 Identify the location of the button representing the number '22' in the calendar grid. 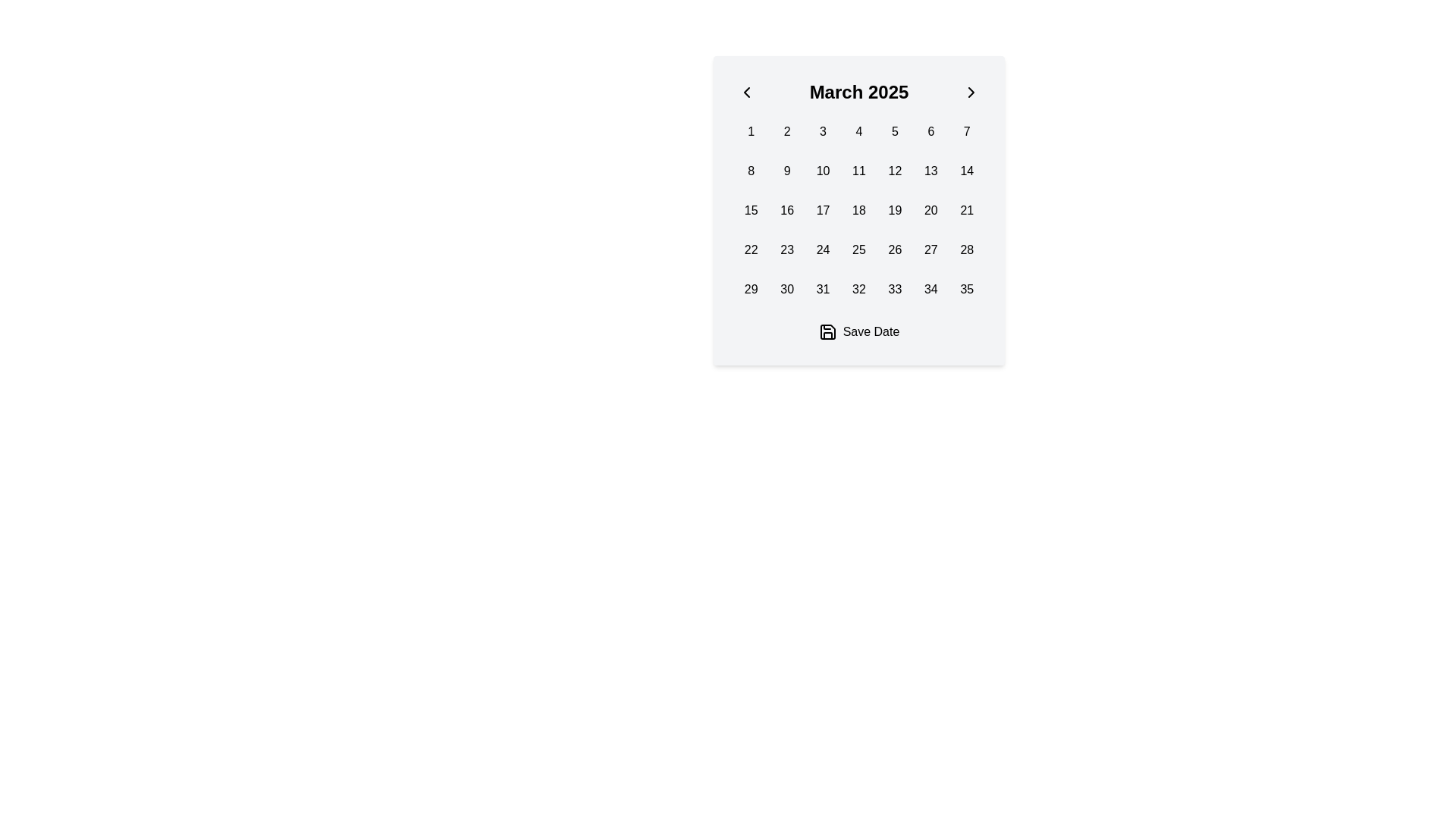
(751, 249).